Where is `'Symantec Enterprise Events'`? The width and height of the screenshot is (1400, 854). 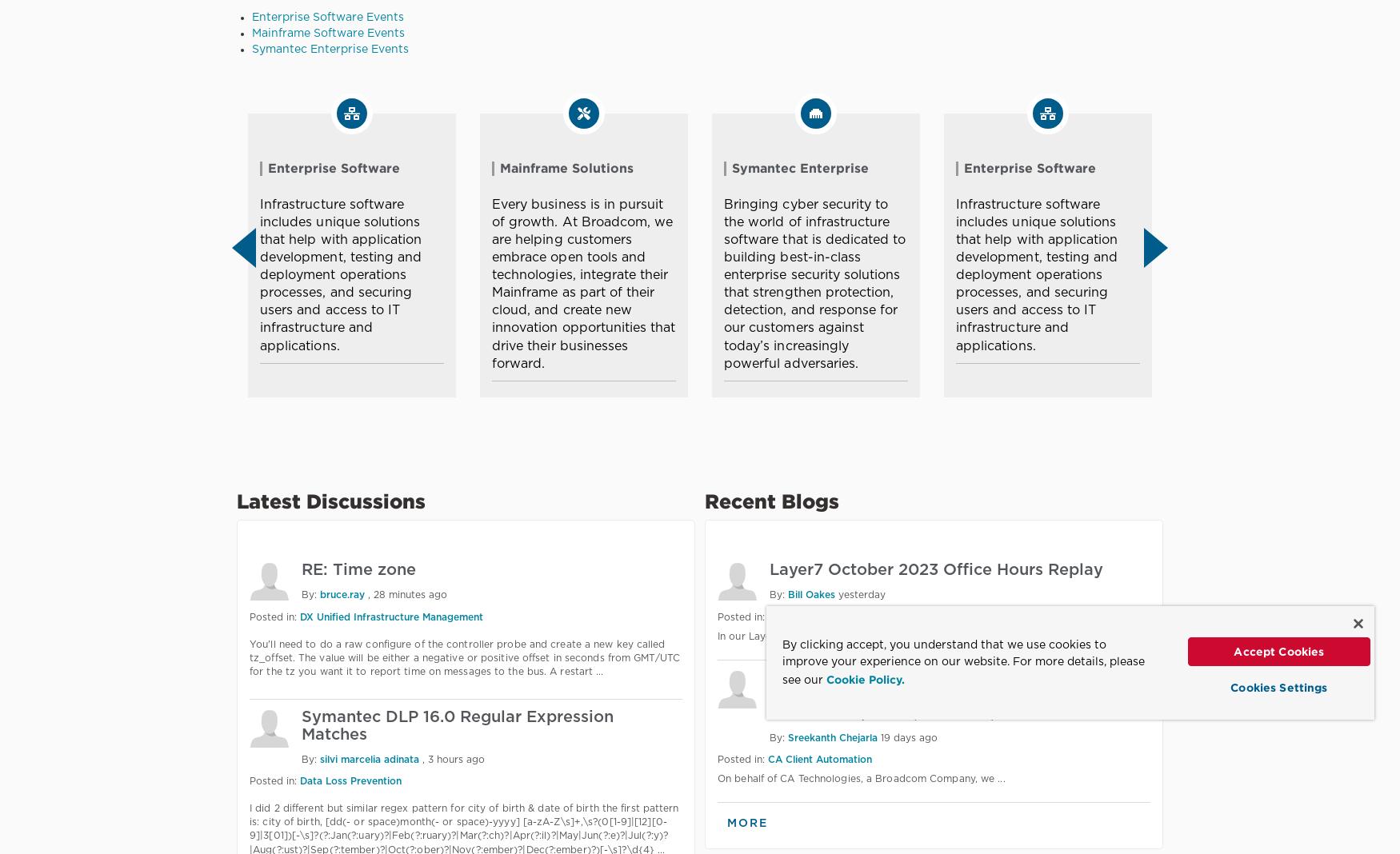 'Symantec Enterprise Events' is located at coordinates (252, 49).